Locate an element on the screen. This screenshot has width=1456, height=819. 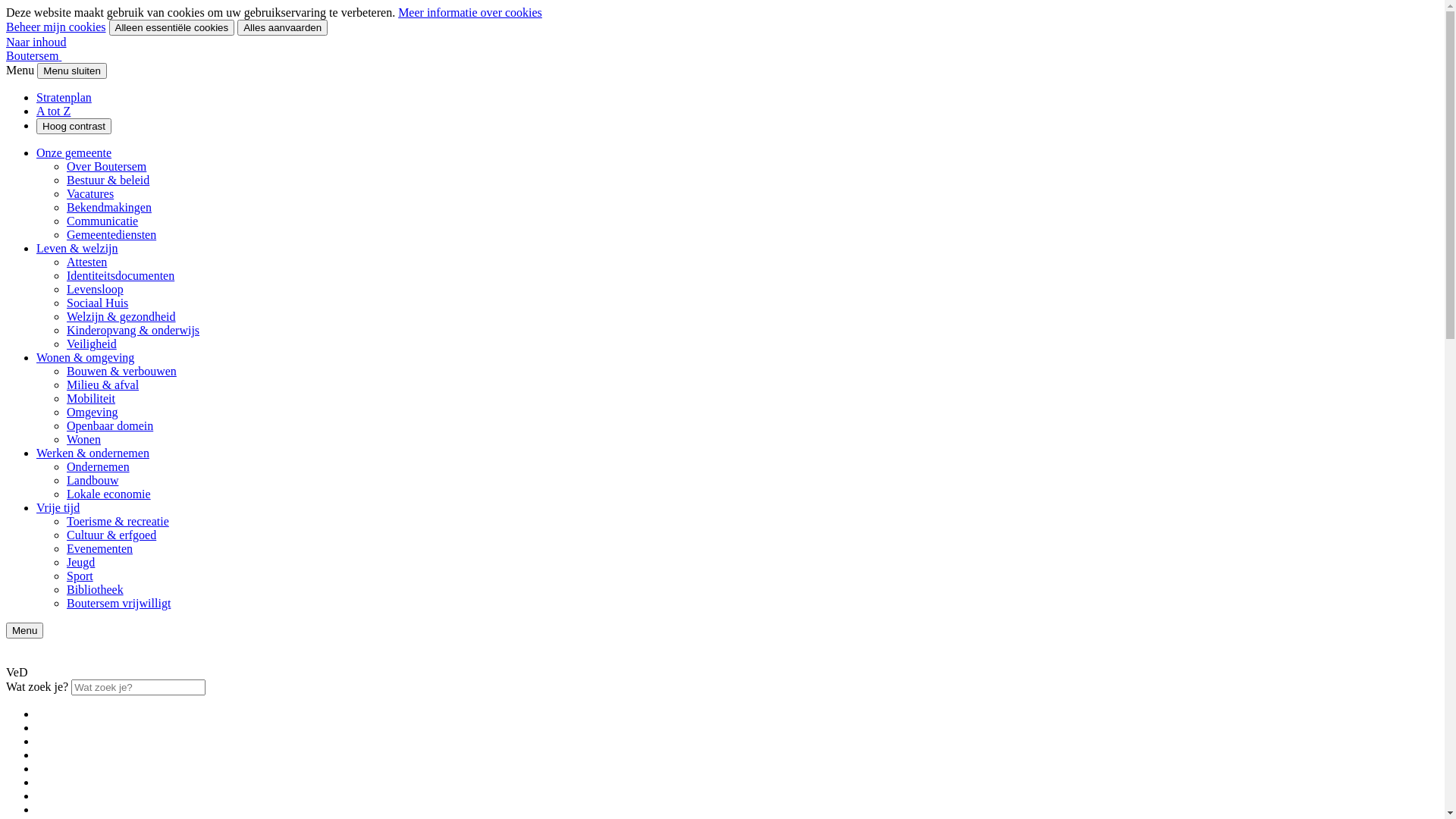
'Naar inhoud' is located at coordinates (36, 41).